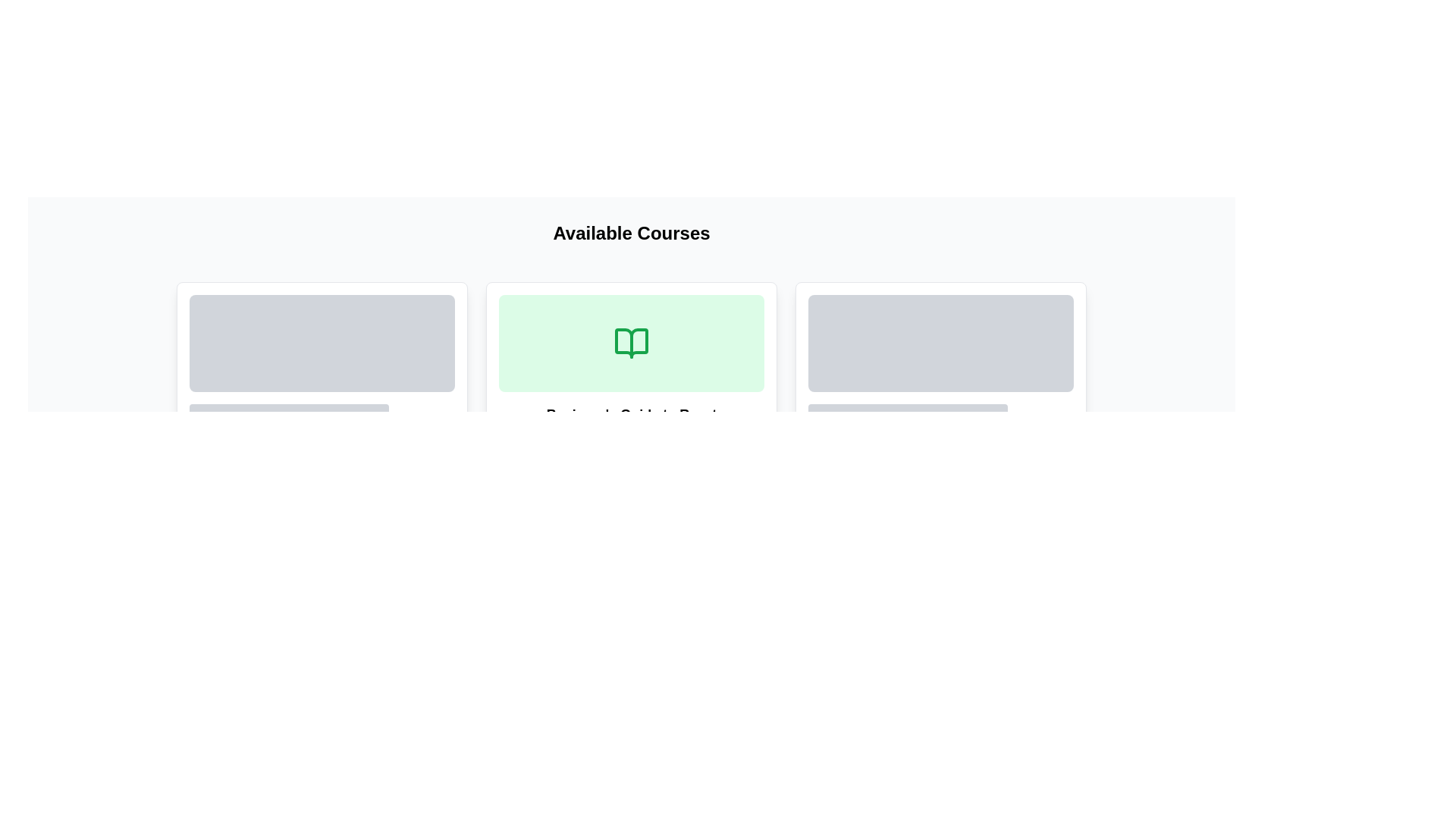 The image size is (1456, 819). What do you see at coordinates (632, 343) in the screenshot?
I see `the icon representing a category or type of learning material located at the center of the light green card in the second column beneath the 'Available Courses' heading` at bounding box center [632, 343].